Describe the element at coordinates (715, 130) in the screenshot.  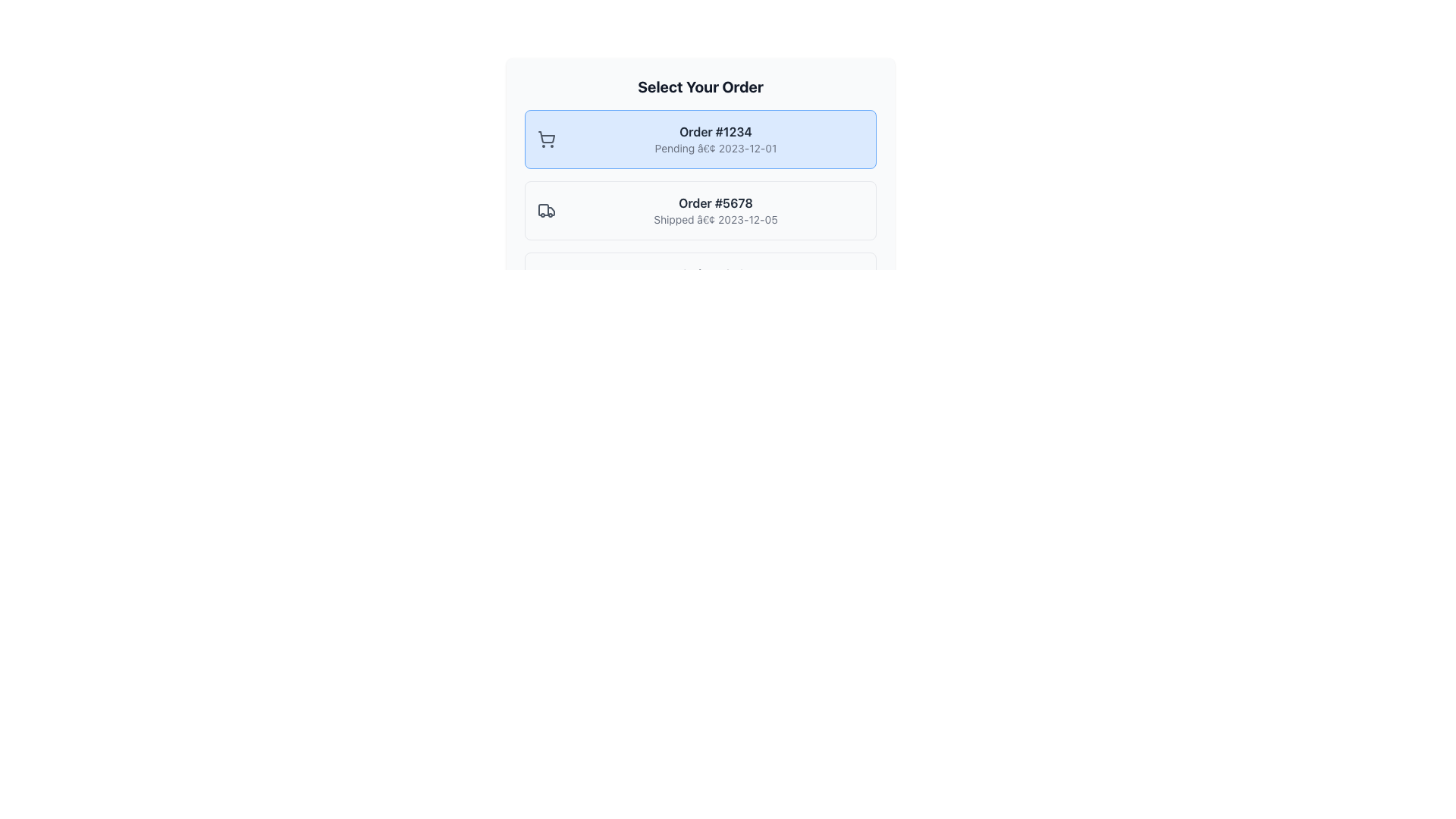
I see `the text label displaying 'Order #1234'` at that location.